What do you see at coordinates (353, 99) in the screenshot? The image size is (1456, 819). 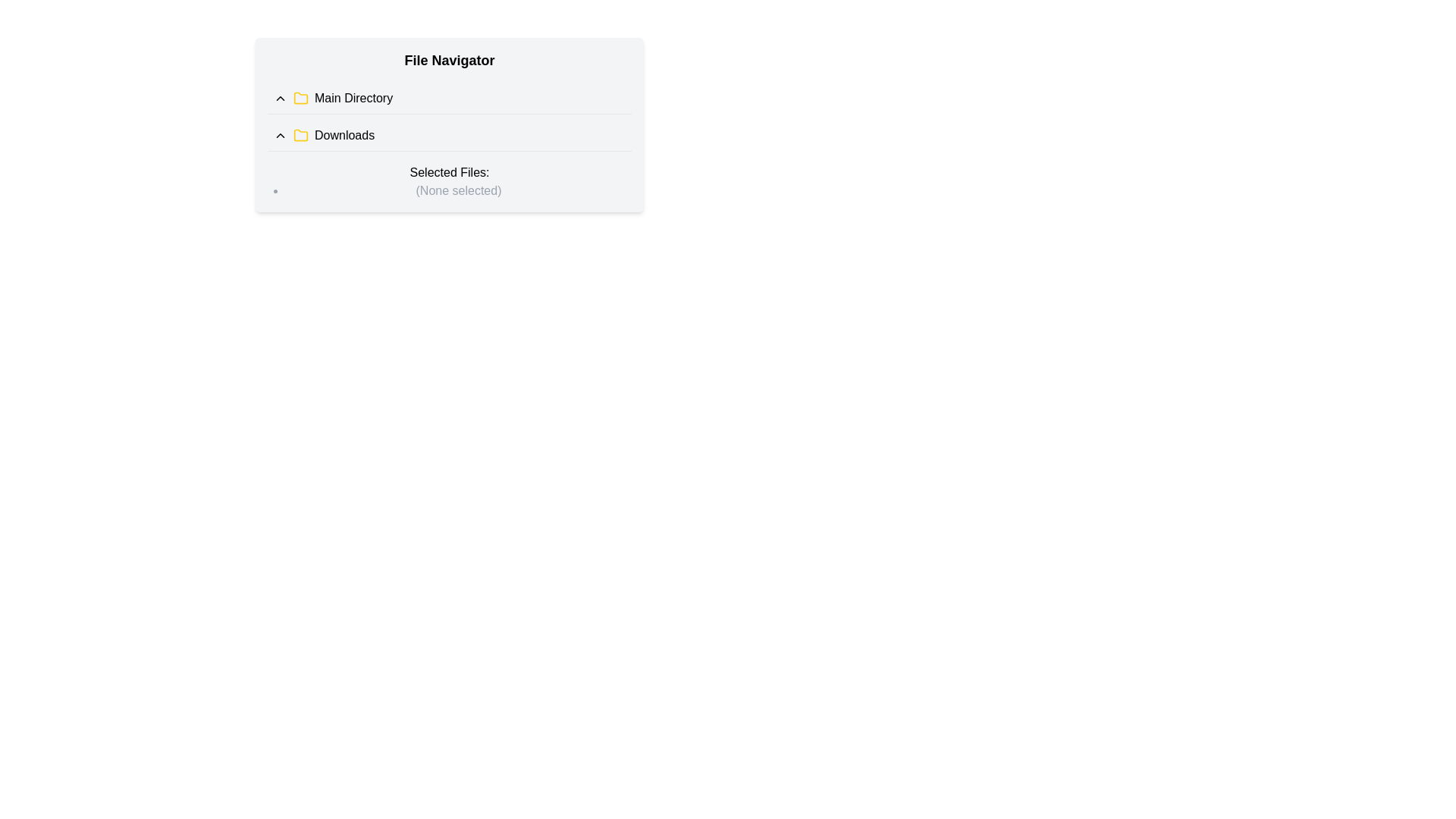 I see `the 'Main Directory' text label, which is styled in regular font and black color, located next to a yellow folder icon and an expand/collapse indicator in the directory navigator` at bounding box center [353, 99].